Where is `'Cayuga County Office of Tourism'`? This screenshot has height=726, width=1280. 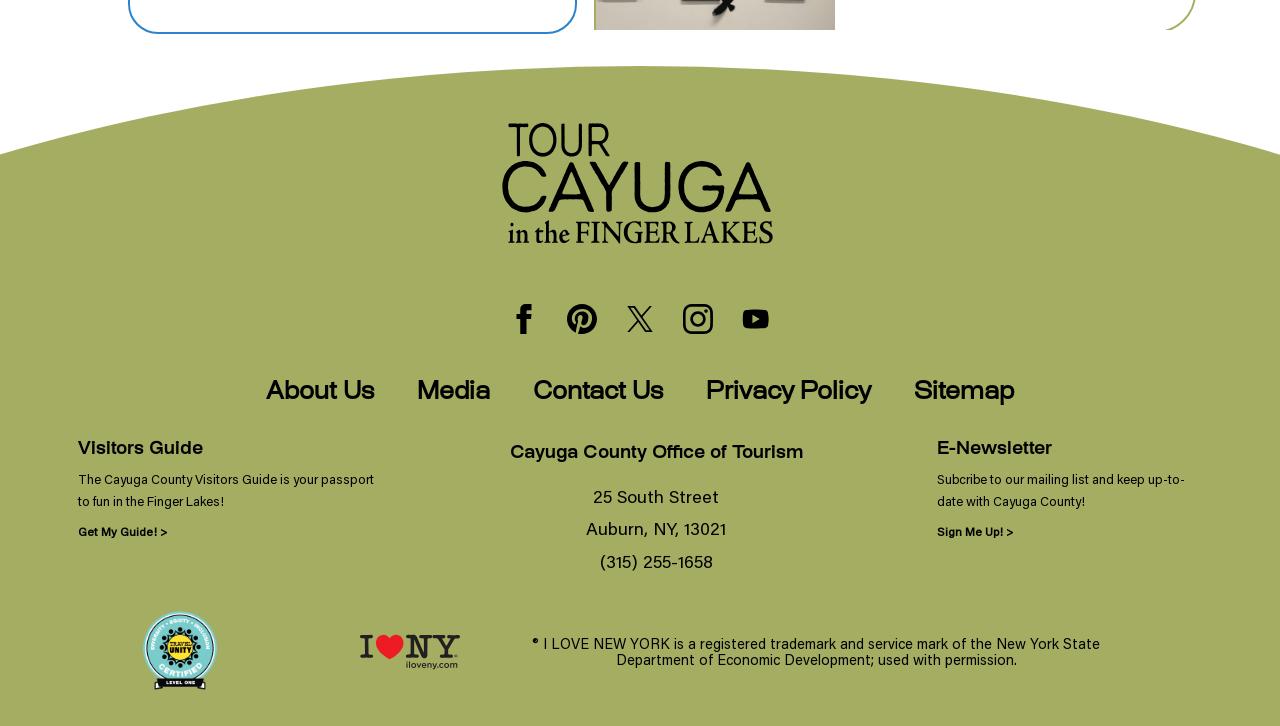
'Cayuga County Office of Tourism' is located at coordinates (655, 453).